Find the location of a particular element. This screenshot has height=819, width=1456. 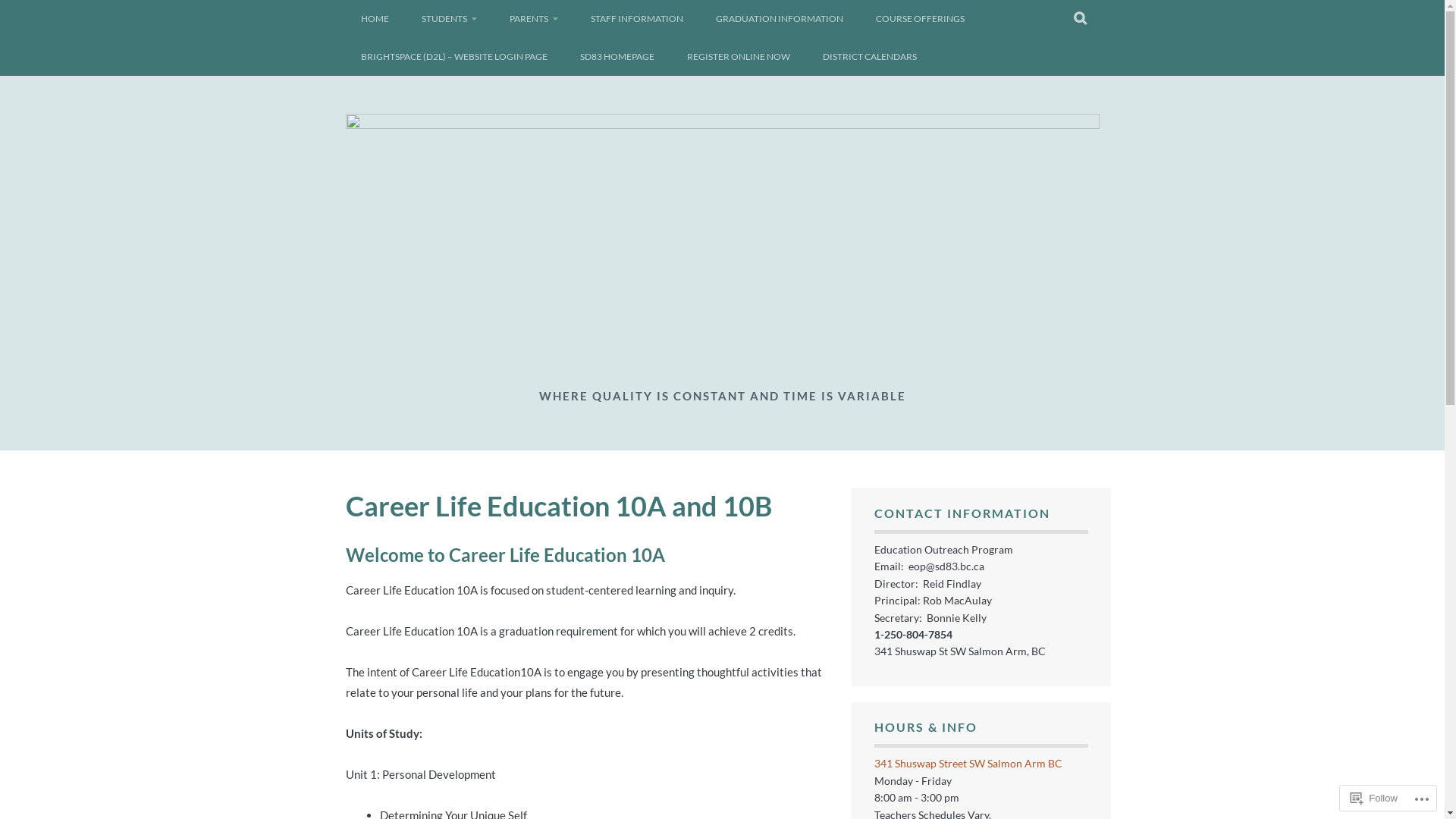

'HOME' is located at coordinates (375, 18).